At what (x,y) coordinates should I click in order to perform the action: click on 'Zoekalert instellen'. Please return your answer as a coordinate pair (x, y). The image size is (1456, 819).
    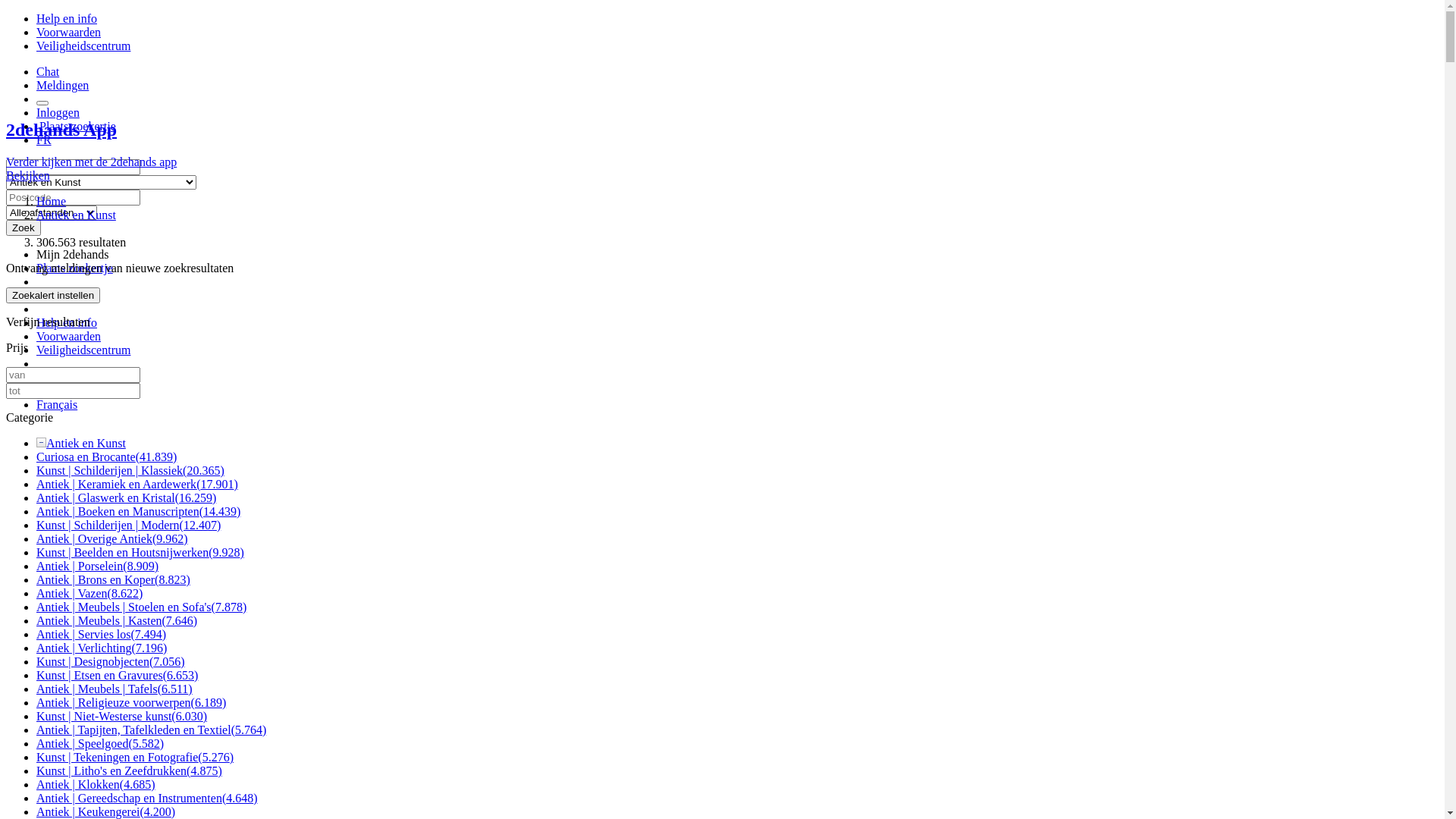
    Looking at the image, I should click on (53, 295).